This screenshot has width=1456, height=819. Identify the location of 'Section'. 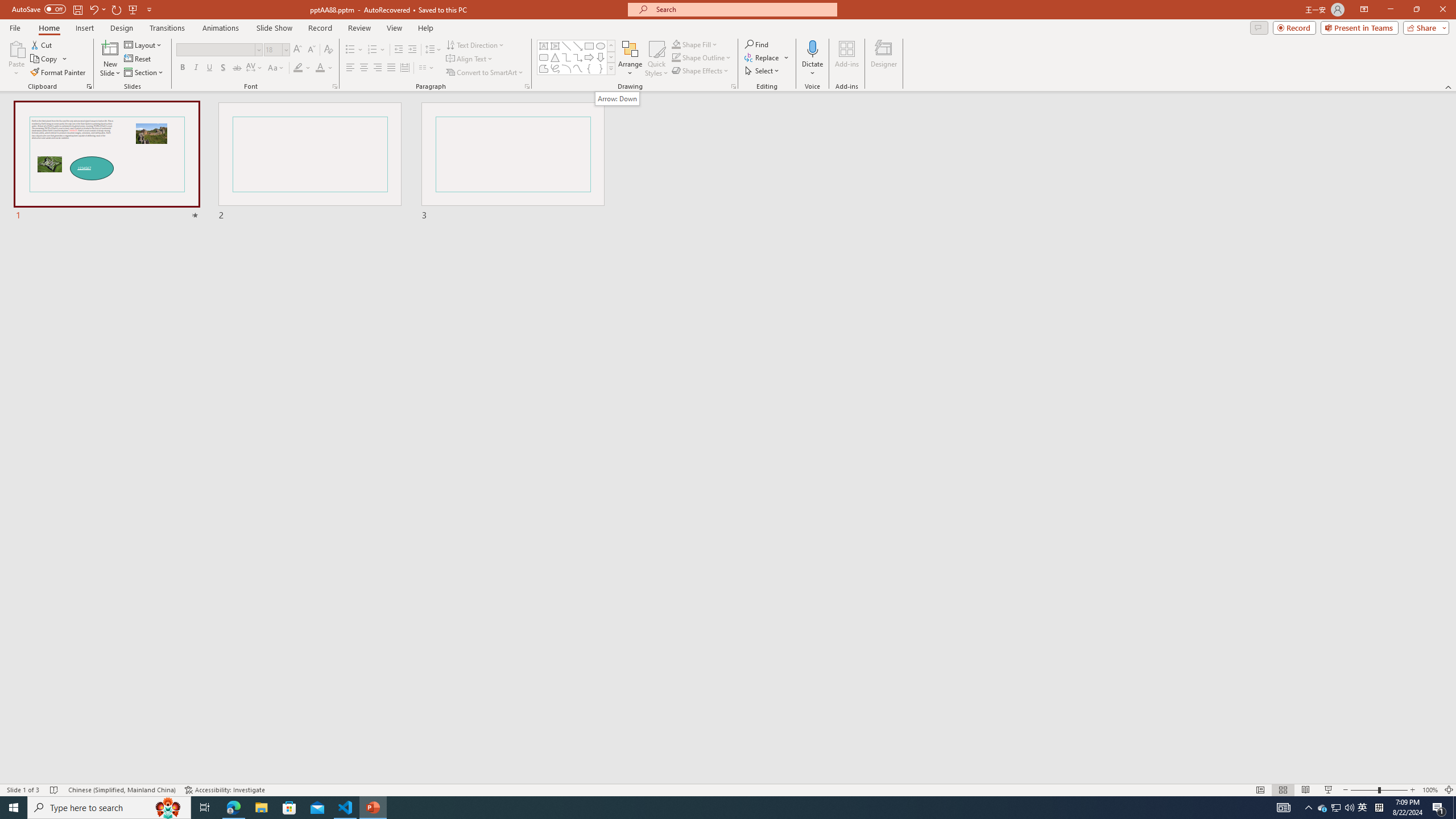
(144, 72).